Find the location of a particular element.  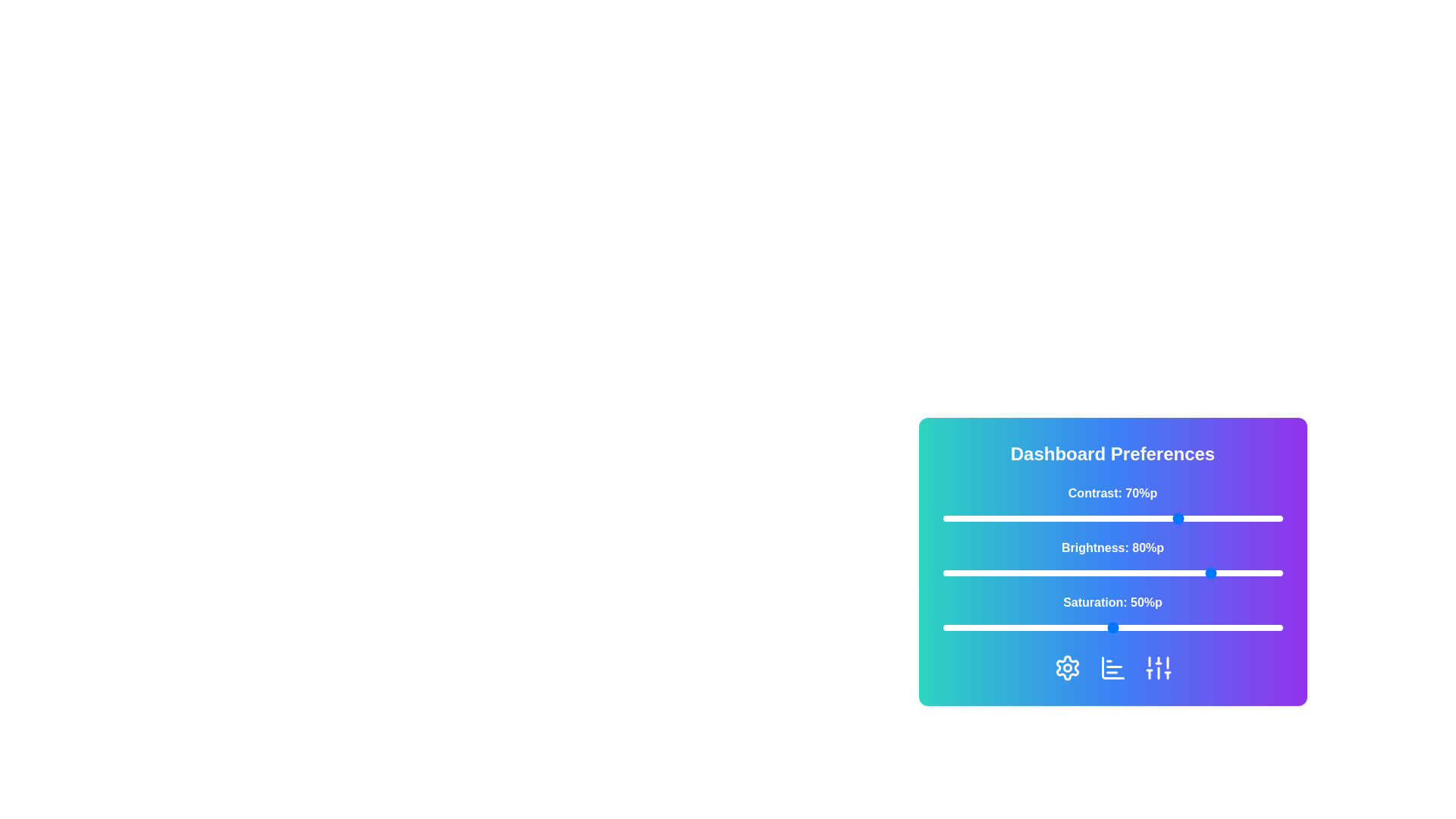

the 'Saturation' slider to 59% is located at coordinates (1143, 628).